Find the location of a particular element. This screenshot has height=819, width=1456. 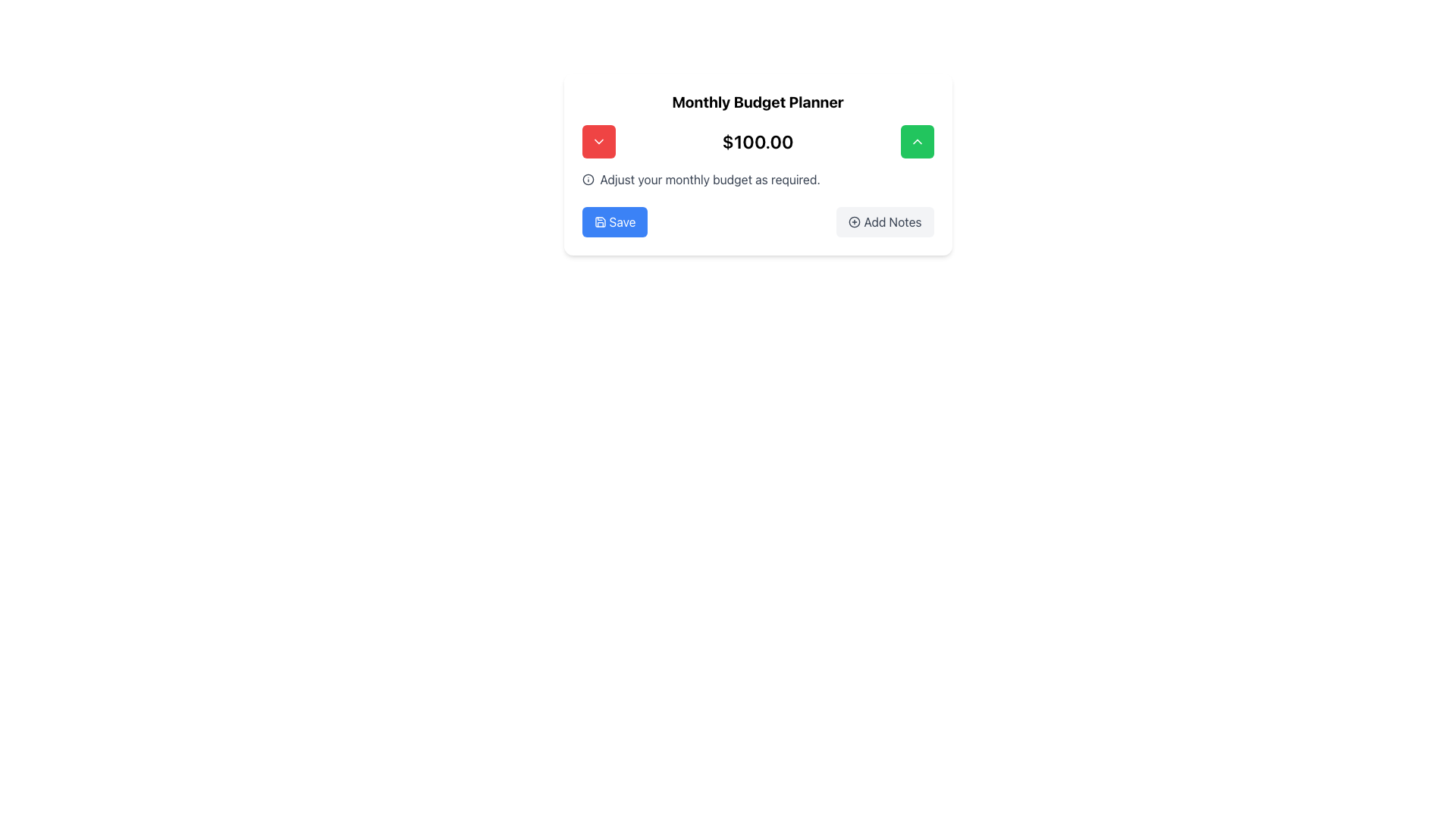

the information icon located directly to the left of the text 'Adjust your monthly budget as required.' is located at coordinates (587, 178).